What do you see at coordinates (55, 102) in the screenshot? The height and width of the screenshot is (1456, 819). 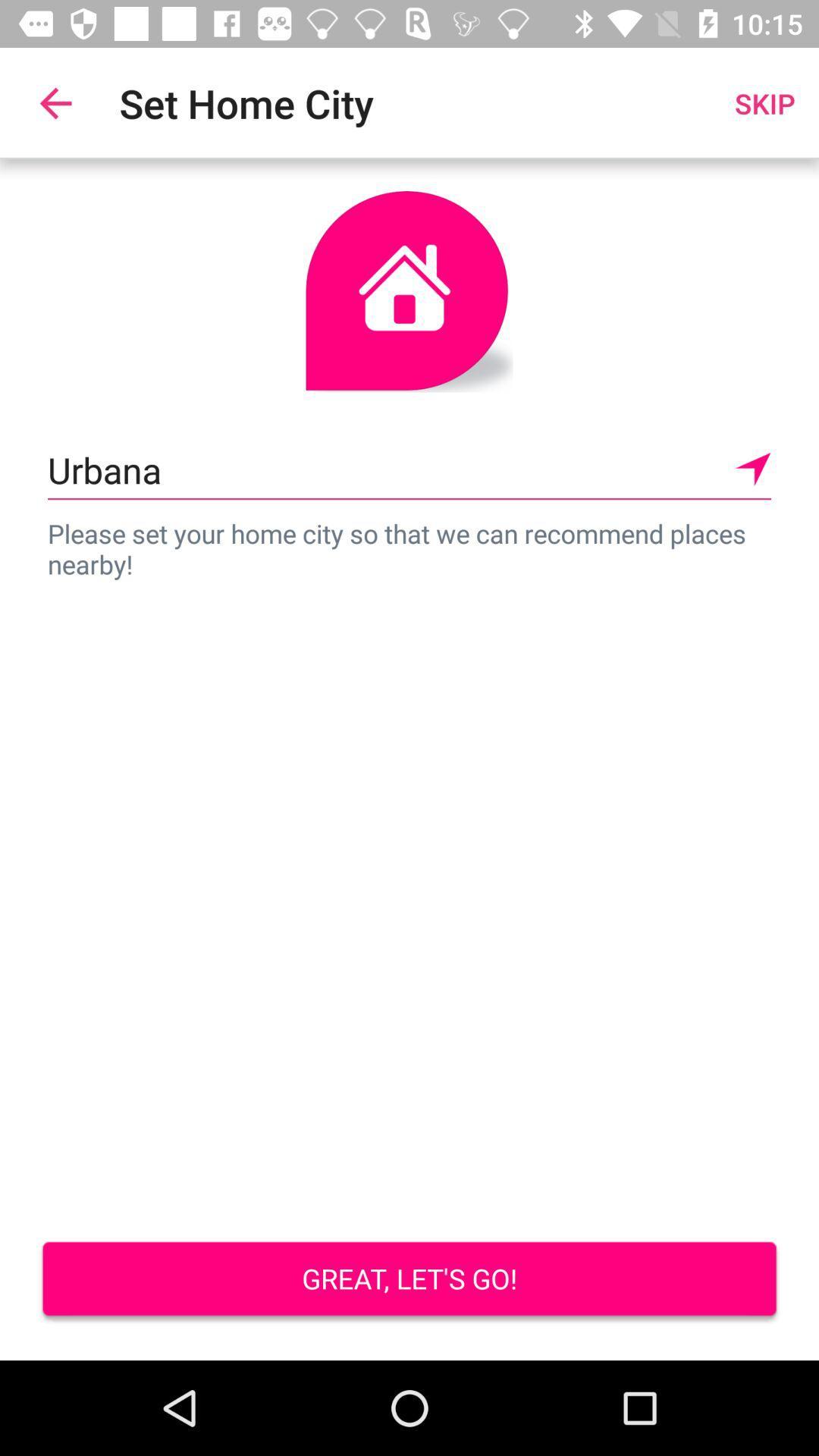 I see `the item to the left of the set home city item` at bounding box center [55, 102].